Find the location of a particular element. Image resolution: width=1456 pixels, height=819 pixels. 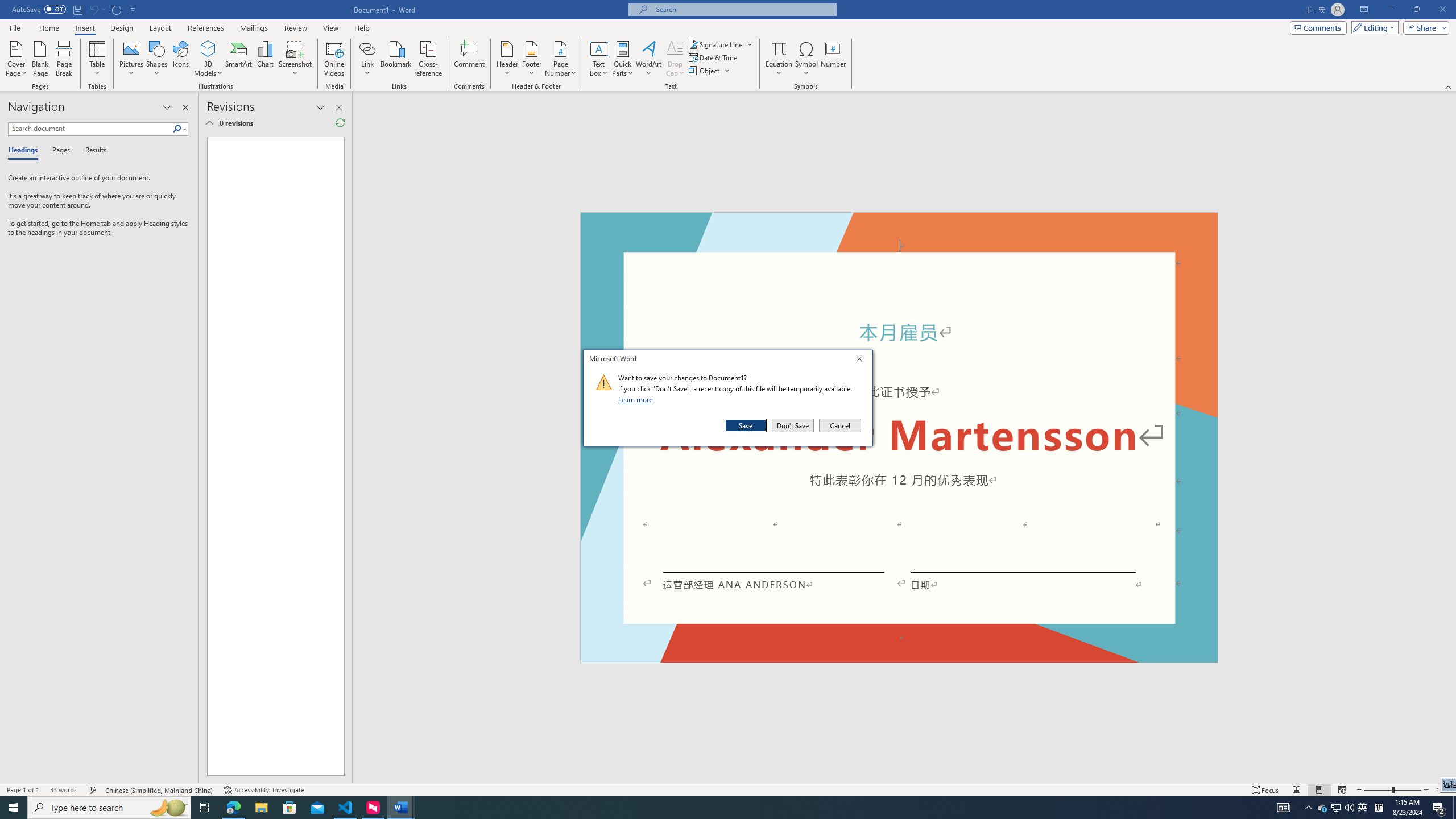

'Page Break' is located at coordinates (63, 59).